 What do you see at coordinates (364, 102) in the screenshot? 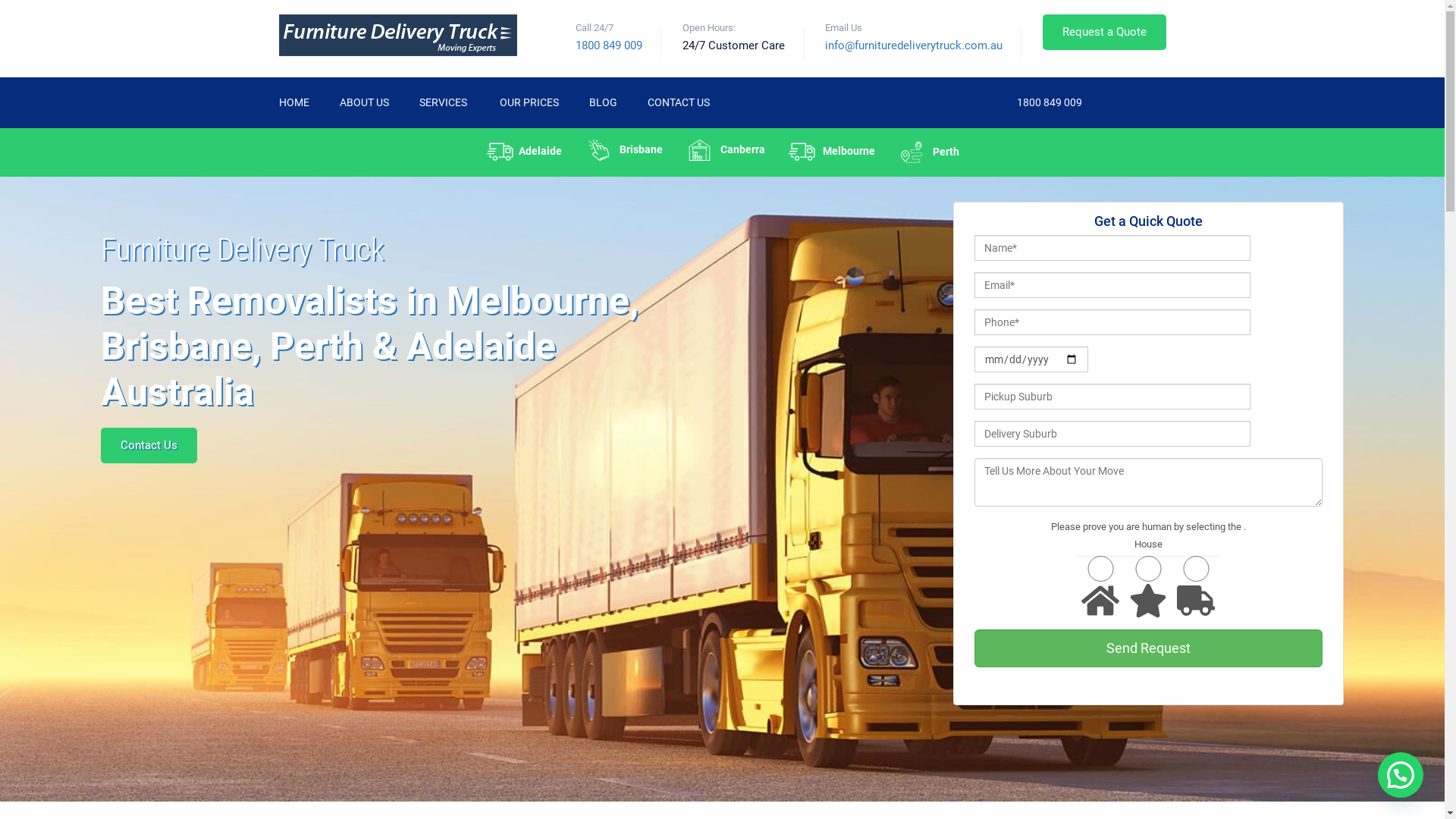
I see `'ABOUT US'` at bounding box center [364, 102].